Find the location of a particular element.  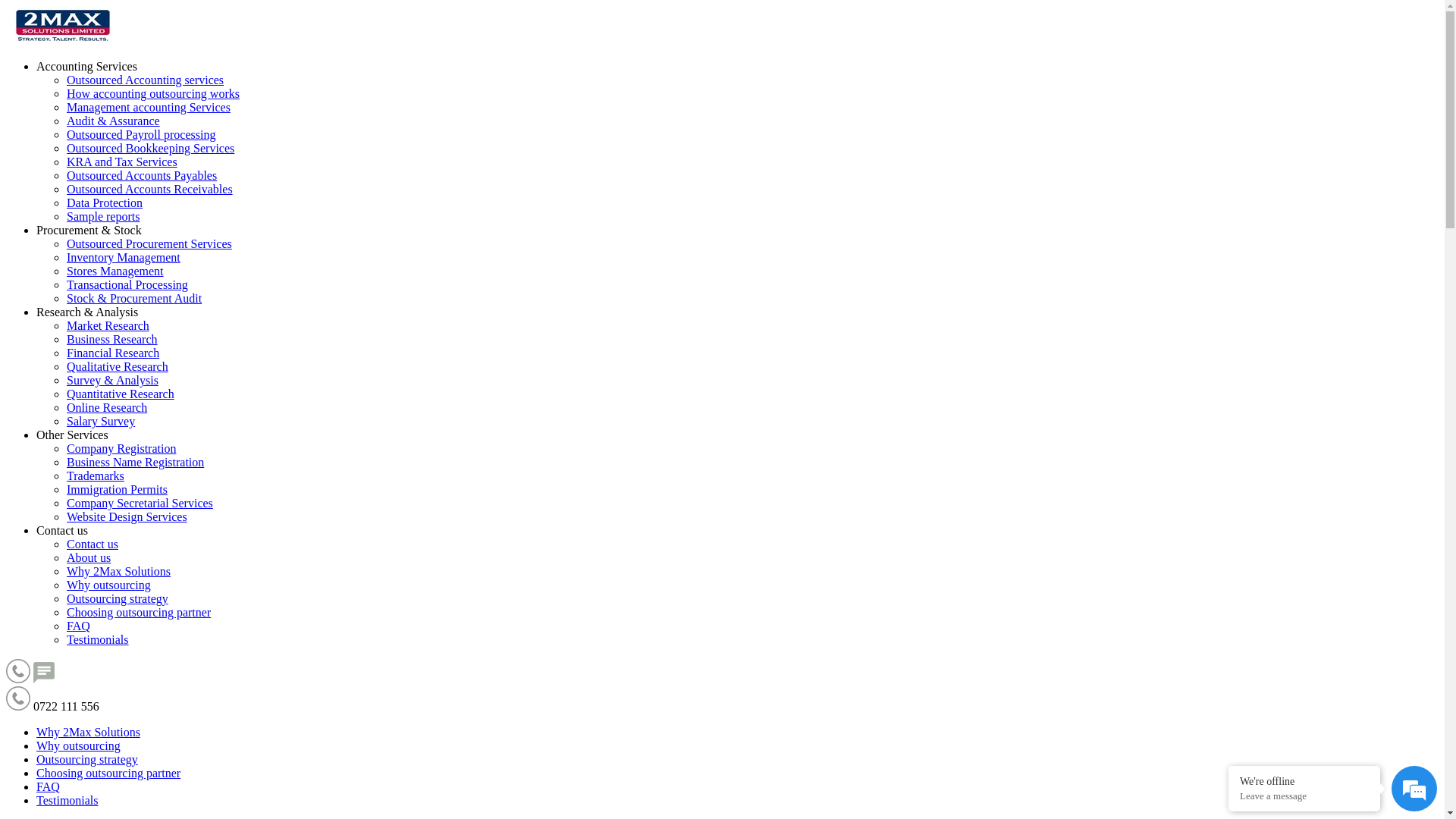

'Other Services' is located at coordinates (71, 435).